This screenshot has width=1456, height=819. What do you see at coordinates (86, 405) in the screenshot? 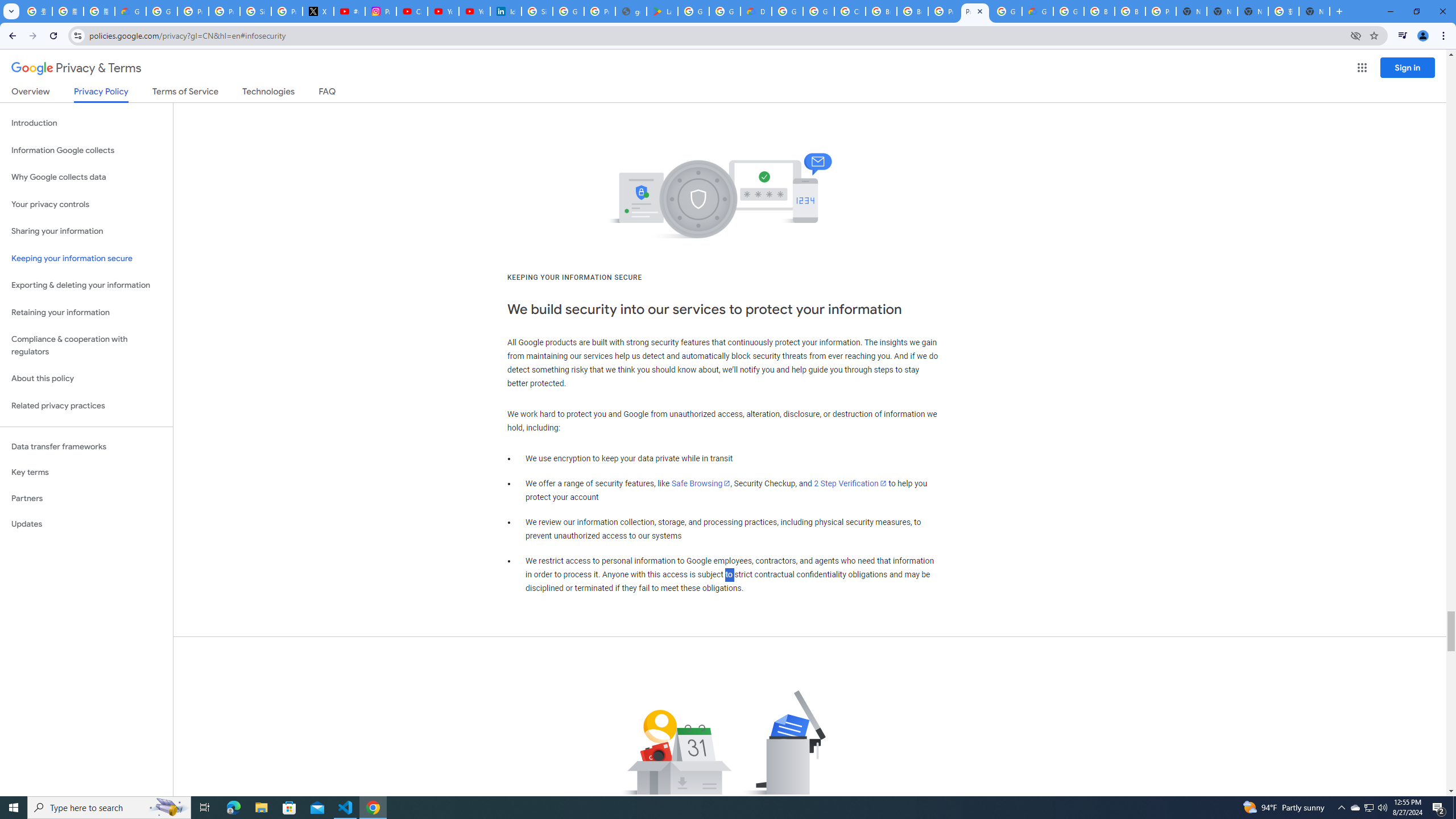
I see `'Related privacy practices'` at bounding box center [86, 405].